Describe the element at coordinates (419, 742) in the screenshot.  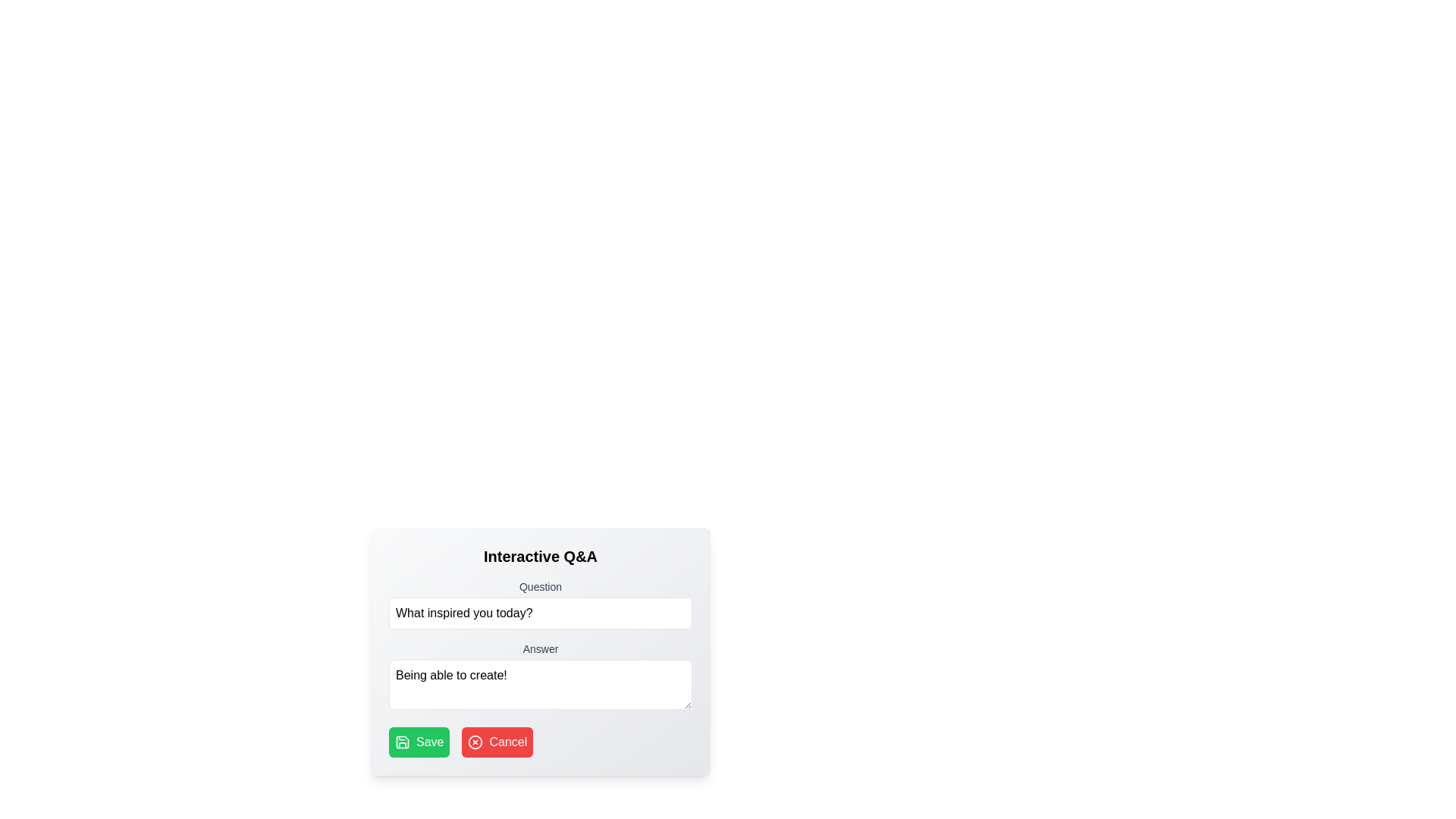
I see `the 'Save' button with a green background and white text` at that location.